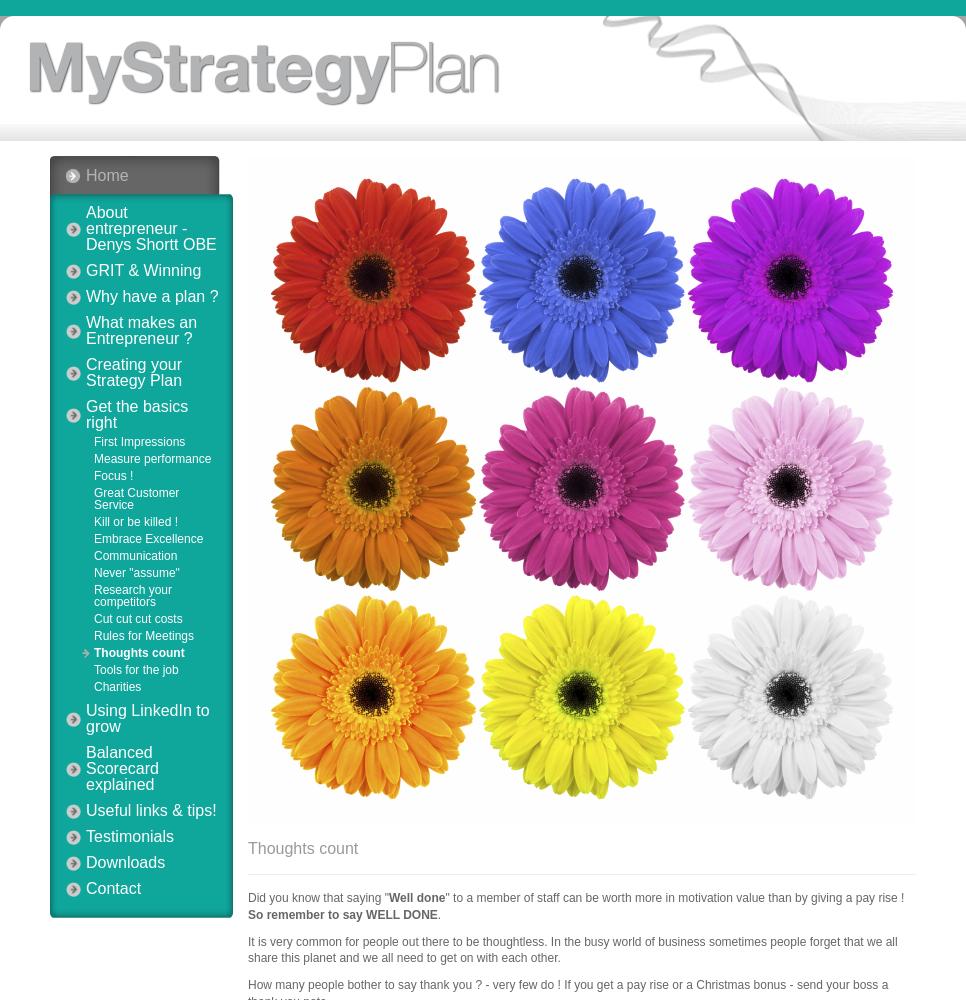 The width and height of the screenshot is (966, 1000). I want to click on 'Useful links & tips!', so click(149, 810).